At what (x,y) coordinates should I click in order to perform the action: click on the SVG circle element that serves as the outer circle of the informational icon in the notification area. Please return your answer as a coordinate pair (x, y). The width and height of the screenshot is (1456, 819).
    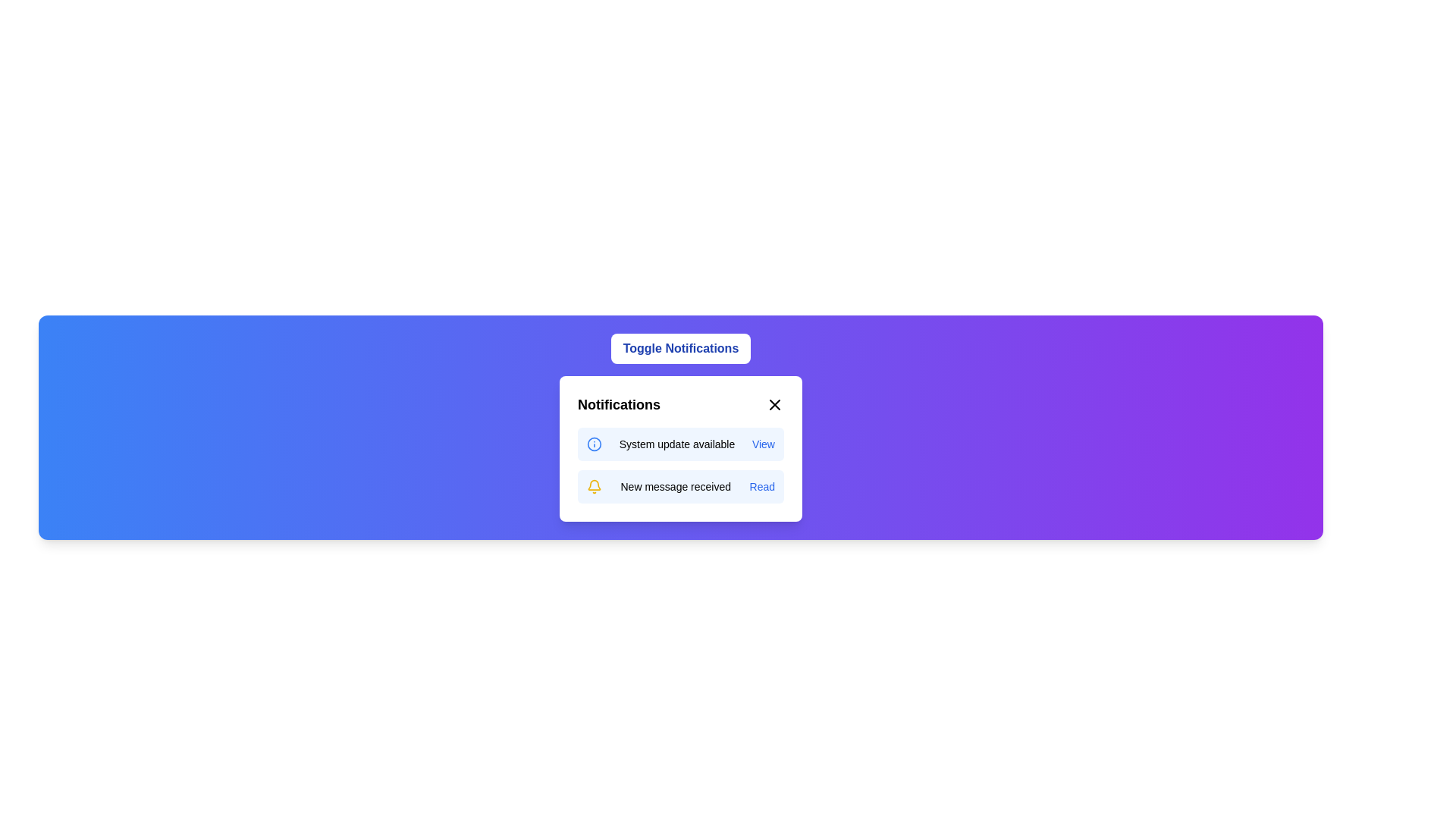
    Looking at the image, I should click on (593, 444).